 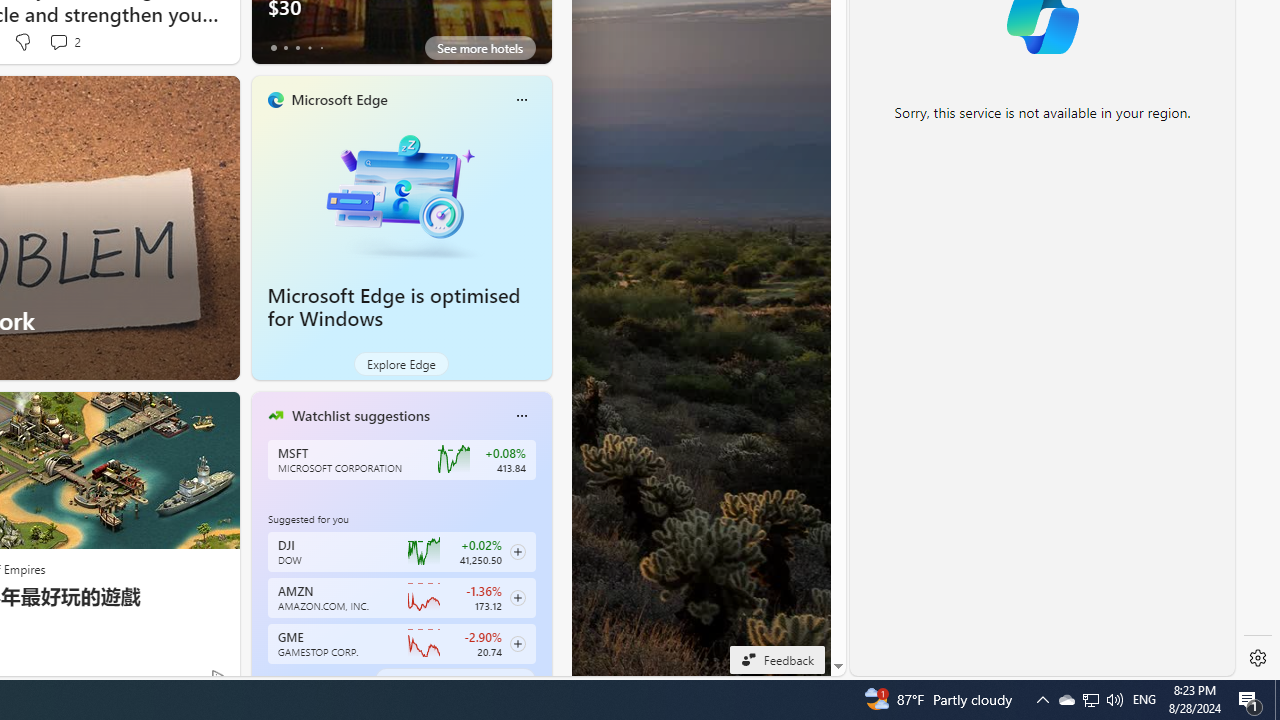 What do you see at coordinates (64, 42) in the screenshot?
I see `'View comments 2 Comment'` at bounding box center [64, 42].